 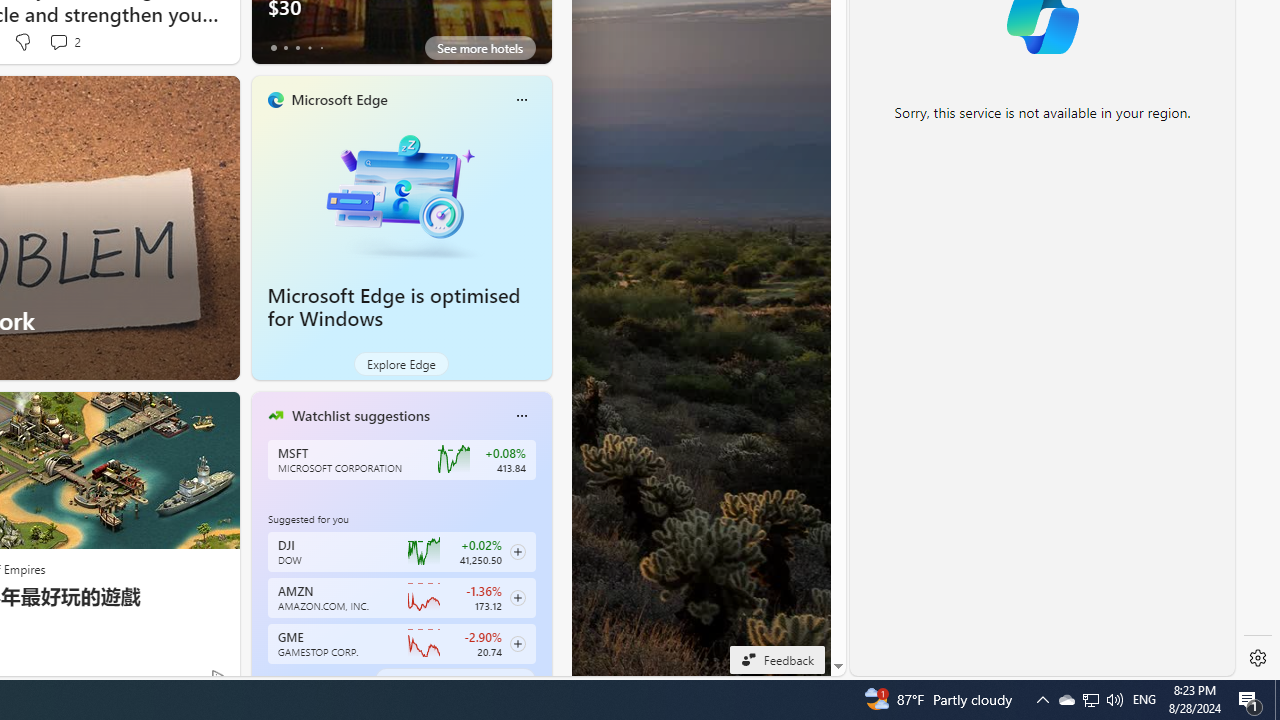 What do you see at coordinates (64, 42) in the screenshot?
I see `'View comments 2 Comment'` at bounding box center [64, 42].